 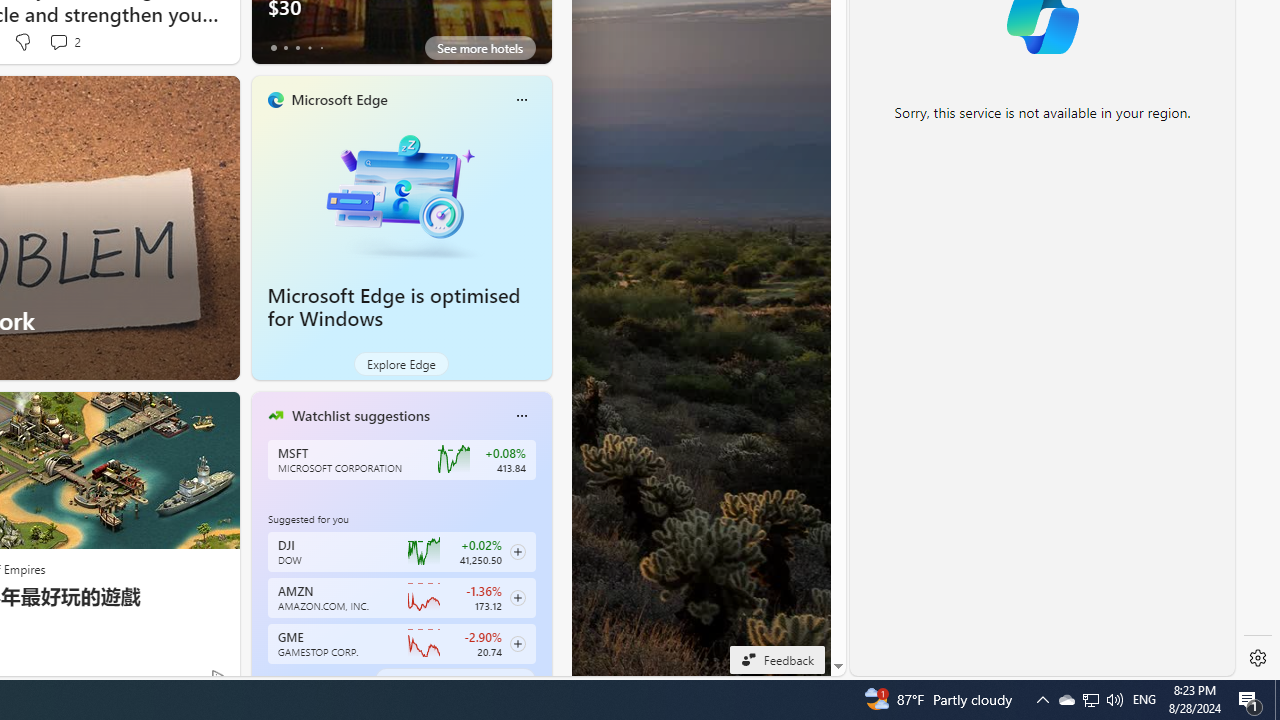 What do you see at coordinates (64, 42) in the screenshot?
I see `'View comments 2 Comment'` at bounding box center [64, 42].